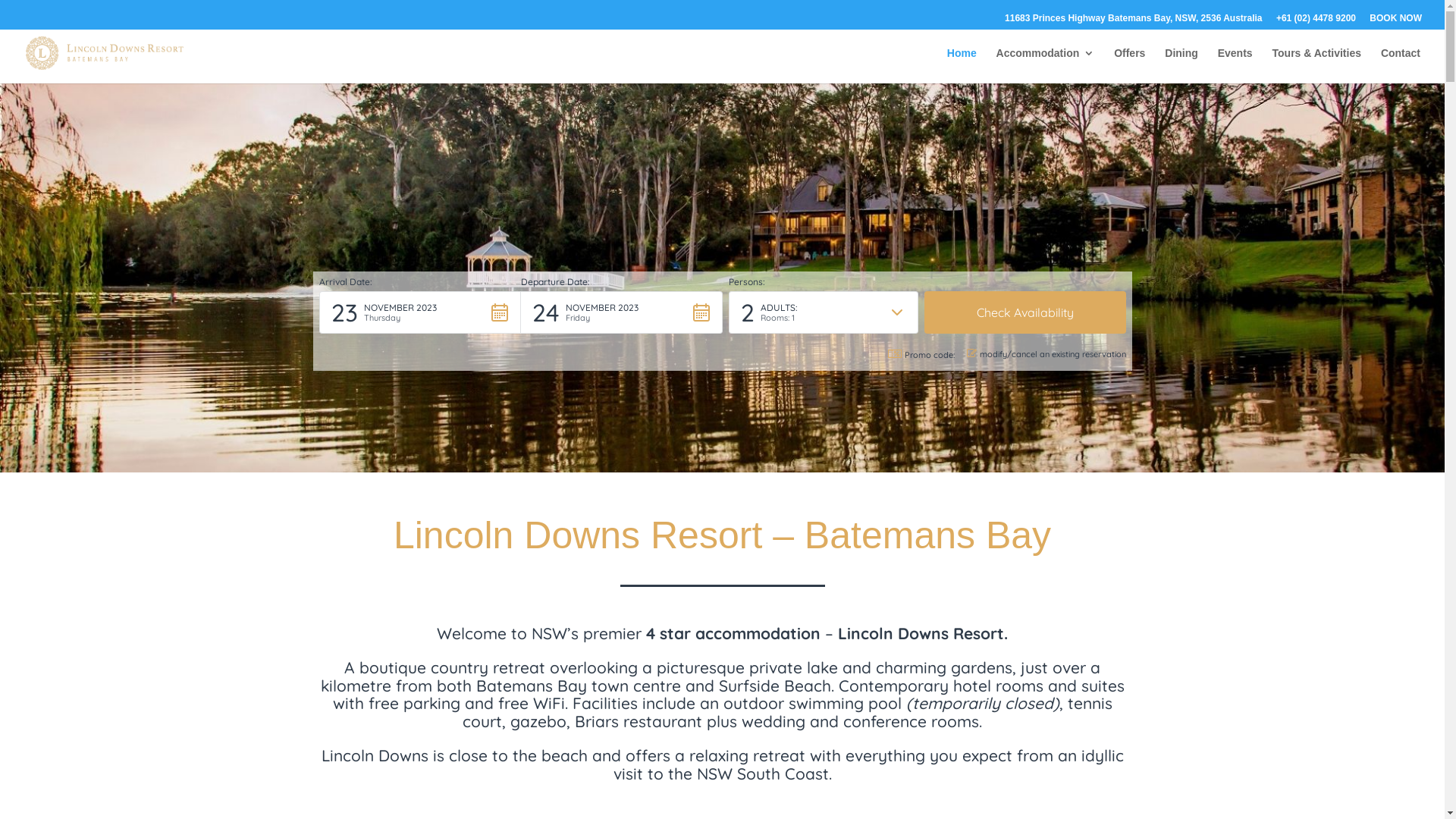 Image resolution: width=1456 pixels, height=819 pixels. I want to click on 'modify/cancel an existing reservation', so click(1044, 354).